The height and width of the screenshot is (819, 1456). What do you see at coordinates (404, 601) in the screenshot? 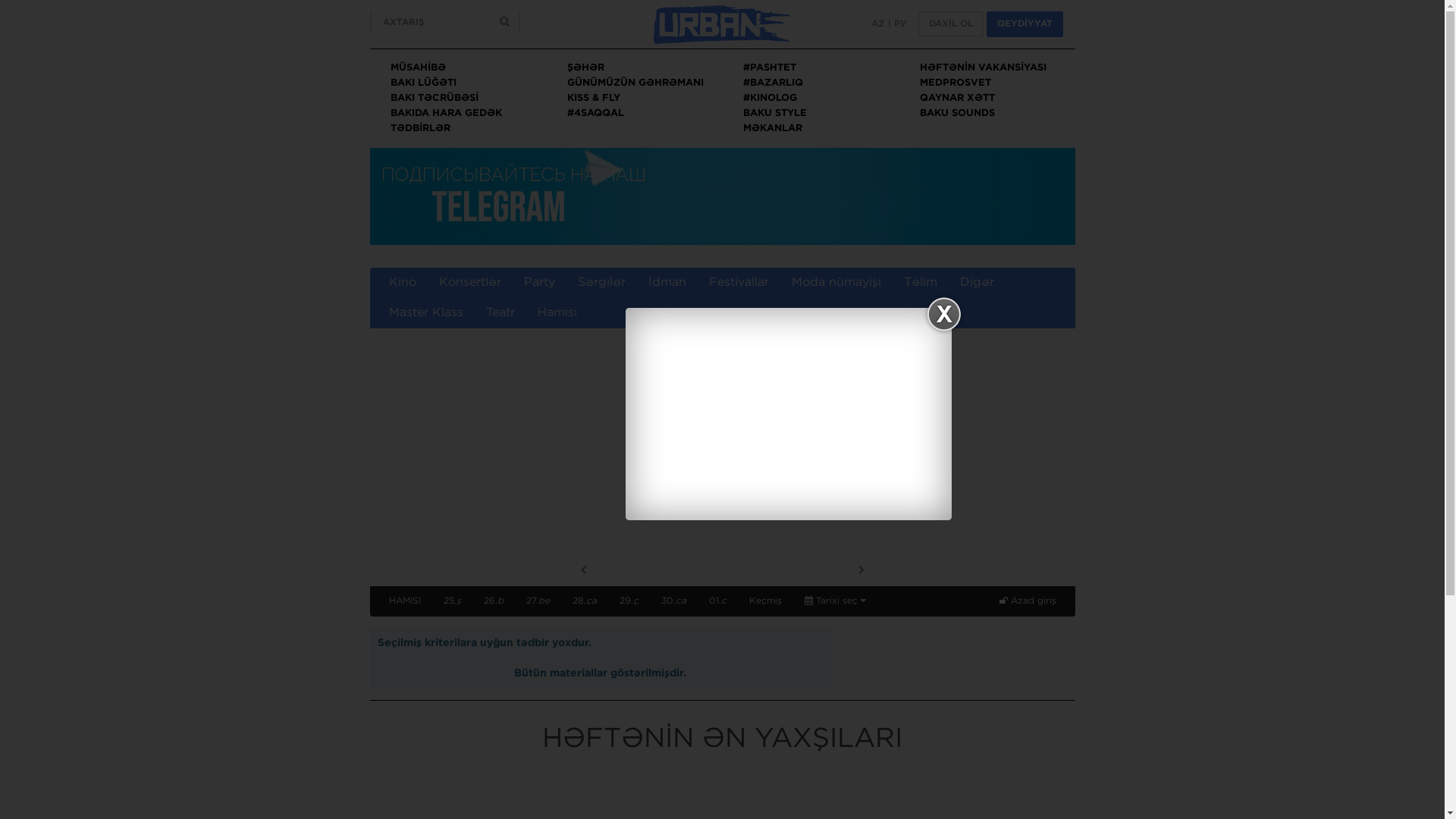
I see `'HAMISI'` at bounding box center [404, 601].